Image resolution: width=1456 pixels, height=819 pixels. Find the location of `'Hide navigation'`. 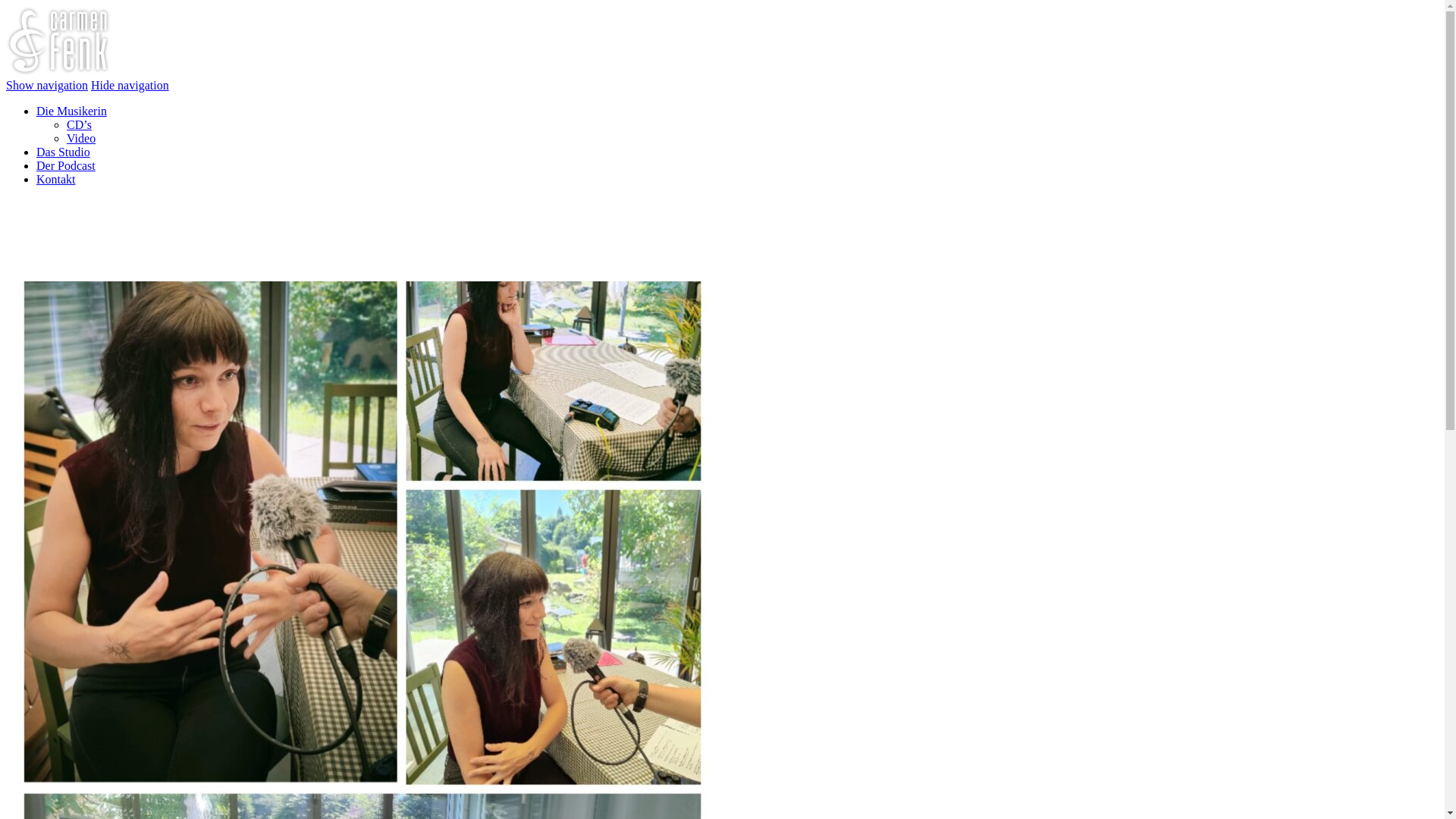

'Hide navigation' is located at coordinates (130, 85).